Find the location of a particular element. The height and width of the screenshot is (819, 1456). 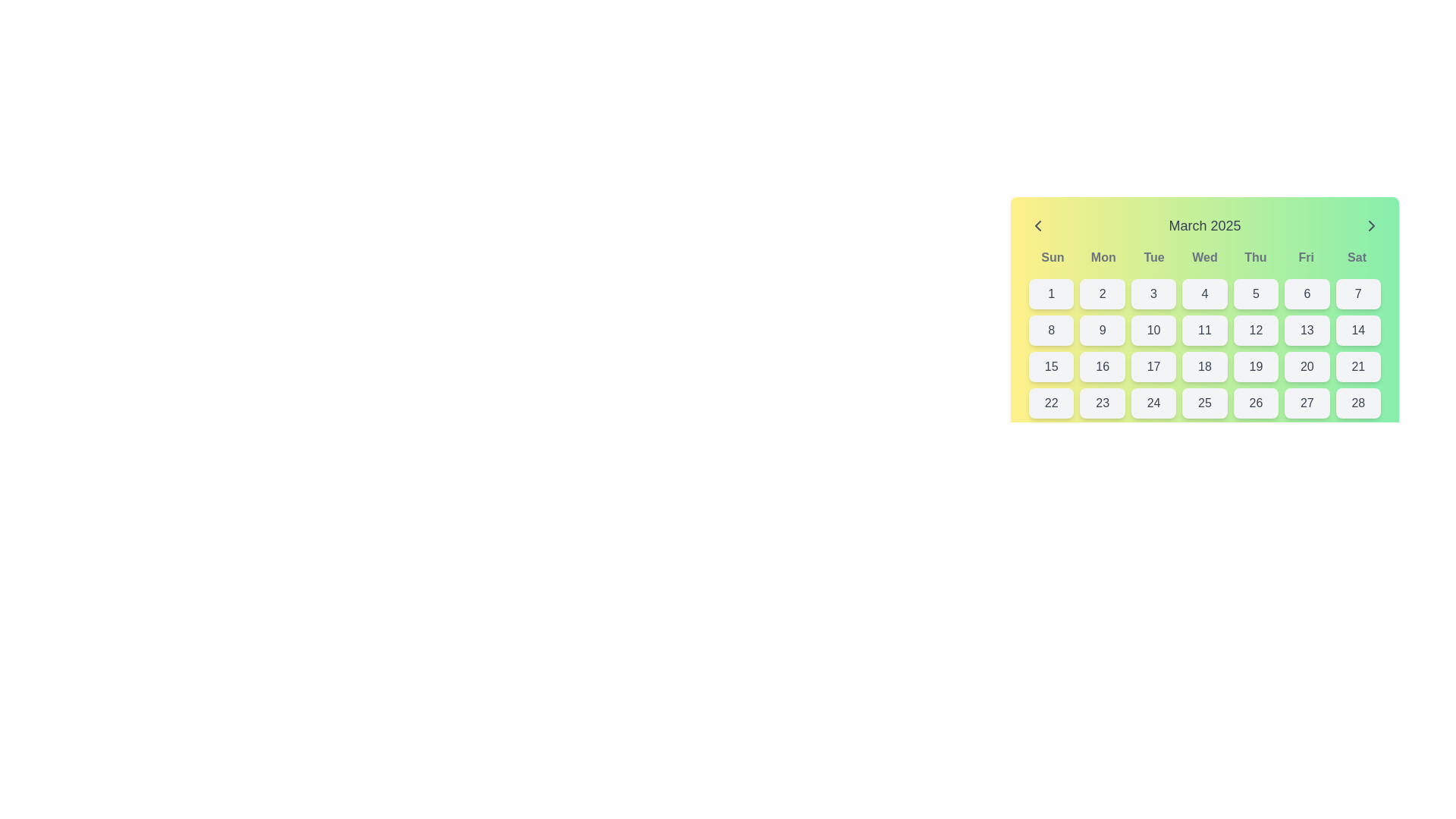

the button displaying '23' in the calendar grid layout to trigger hover effects is located at coordinates (1103, 403).